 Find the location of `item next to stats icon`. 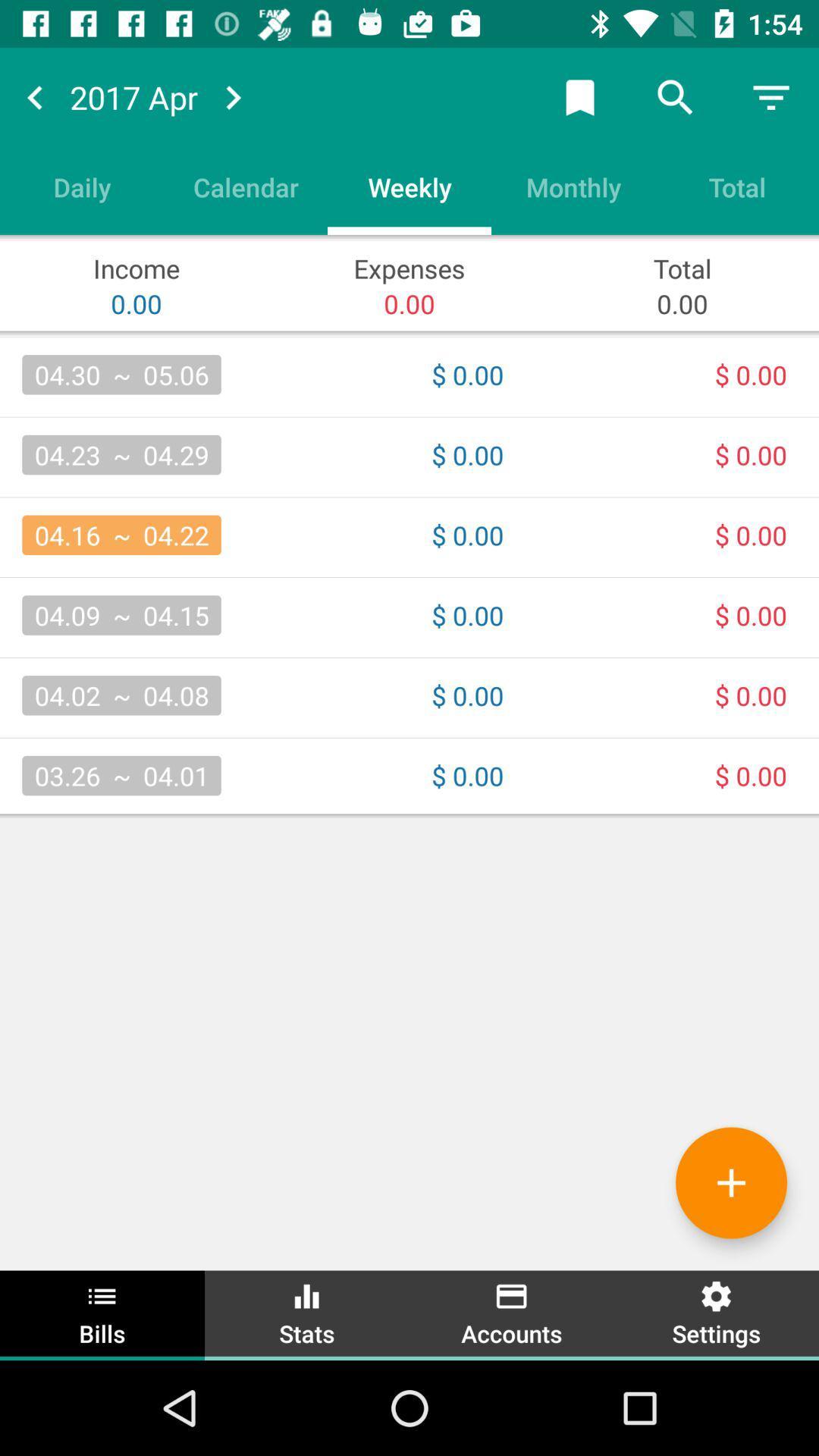

item next to stats icon is located at coordinates (512, 1313).